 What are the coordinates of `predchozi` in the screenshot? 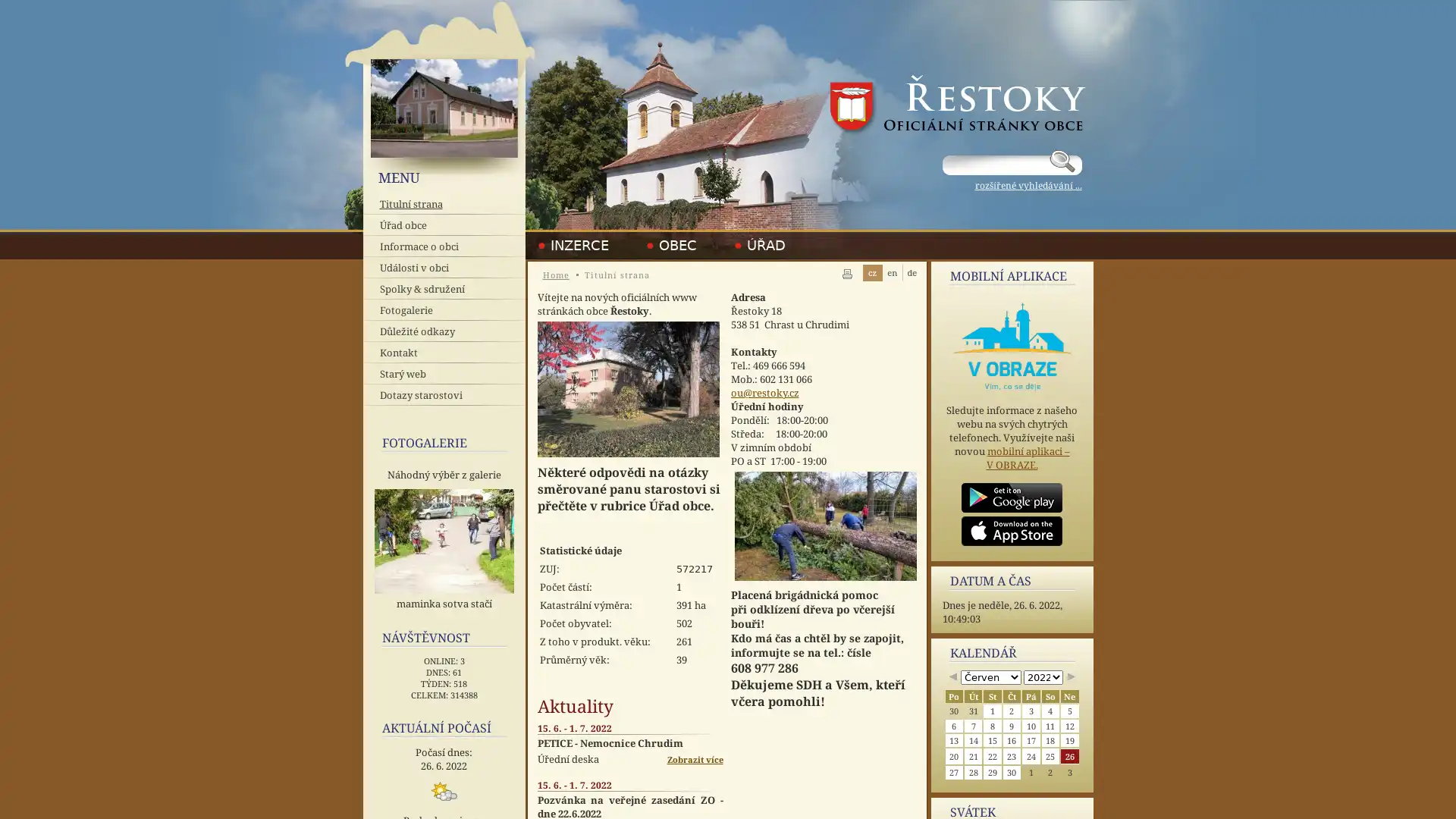 It's located at (952, 676).